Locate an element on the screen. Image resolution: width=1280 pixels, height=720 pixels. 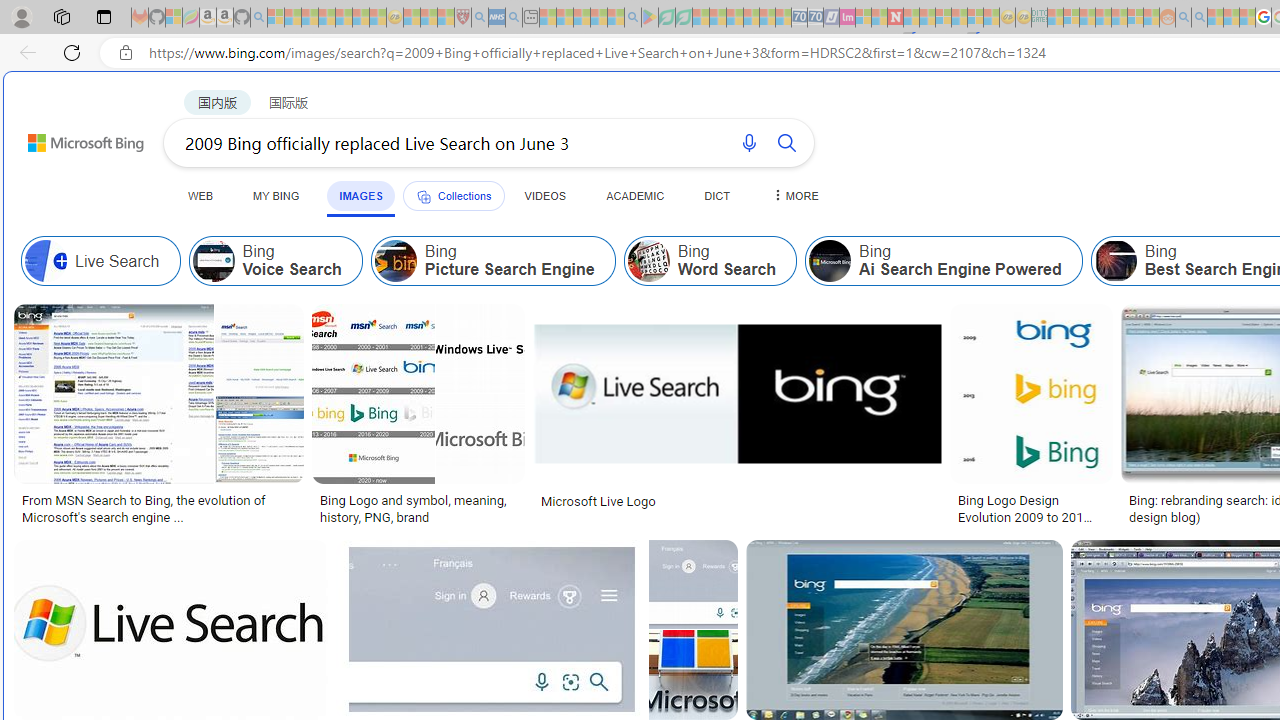
'Microsoft Live LogoSave' is located at coordinates (740, 416).